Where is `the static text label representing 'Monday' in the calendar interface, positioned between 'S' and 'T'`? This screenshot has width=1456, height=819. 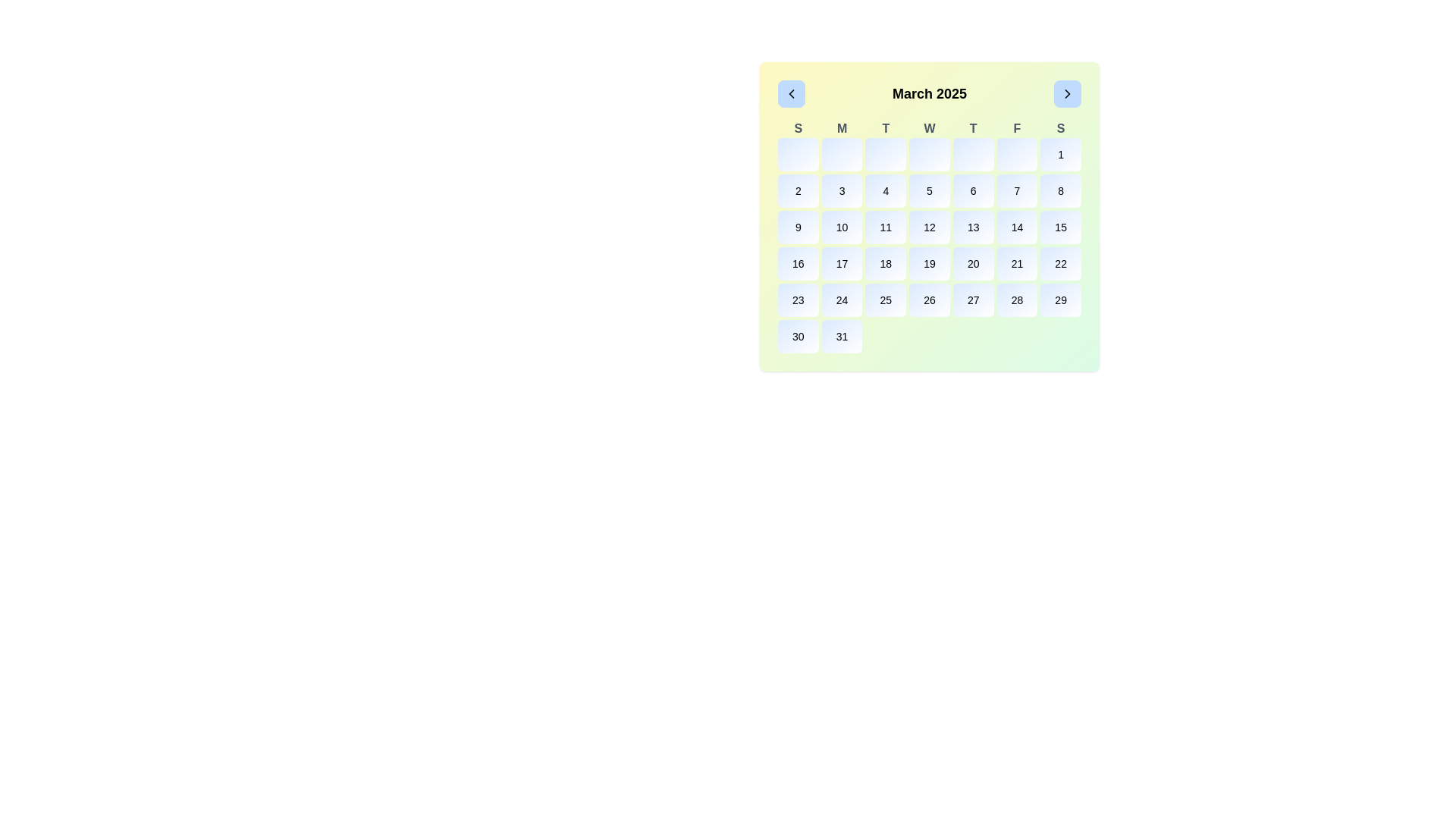 the static text label representing 'Monday' in the calendar interface, positioned between 'S' and 'T' is located at coordinates (841, 127).